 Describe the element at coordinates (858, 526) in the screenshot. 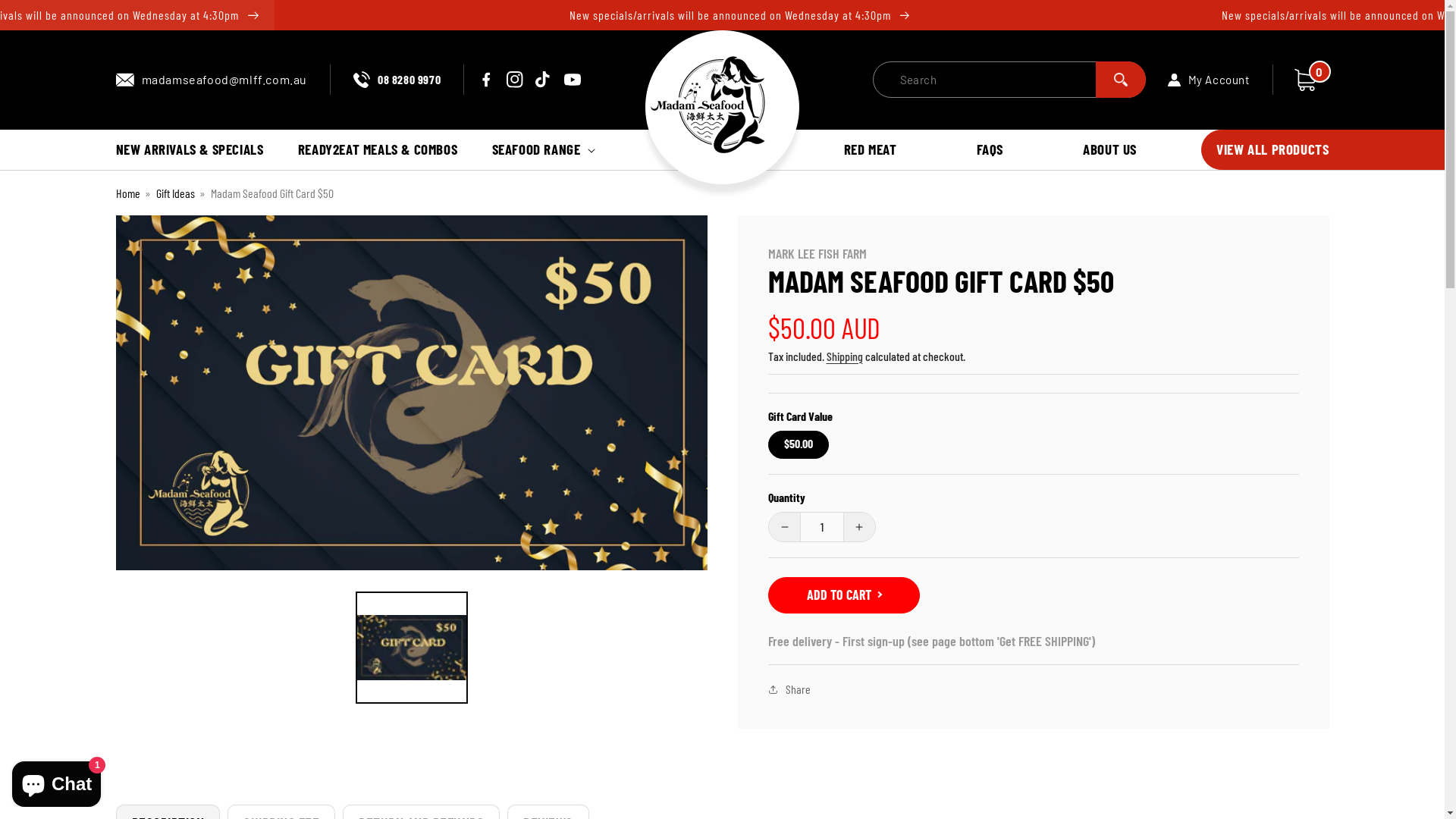

I see `'Increase quantity for Madam Seafood Gift Card $50'` at that location.